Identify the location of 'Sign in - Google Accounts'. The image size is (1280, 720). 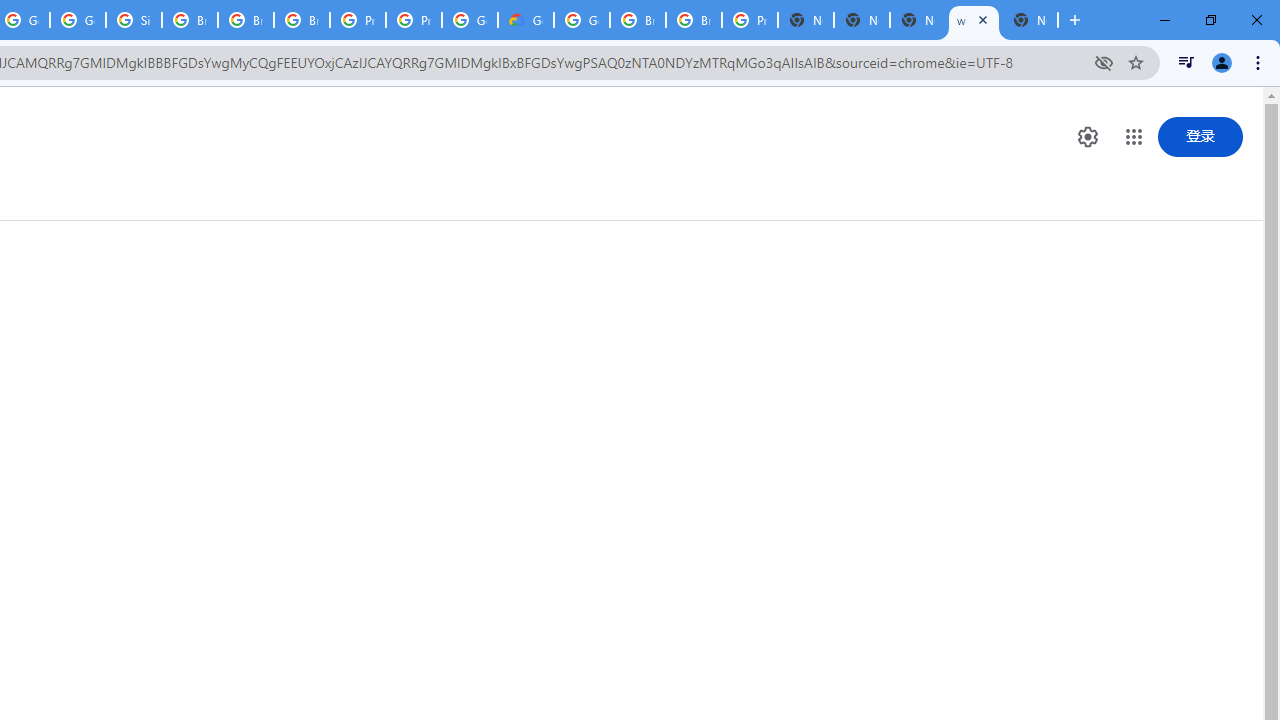
(133, 20).